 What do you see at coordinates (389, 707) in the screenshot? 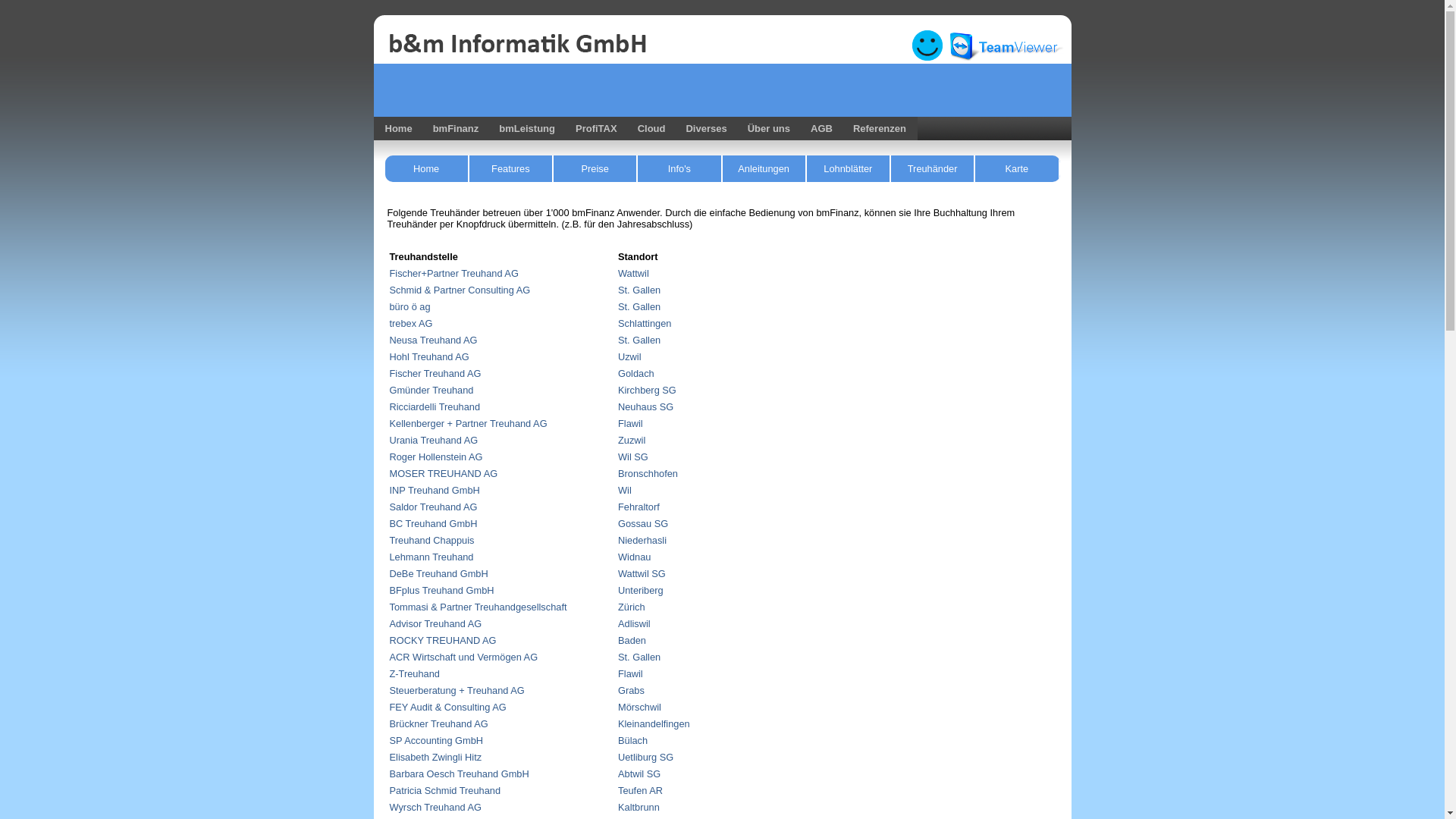
I see `'FEY Audit & Consulting AG'` at bounding box center [389, 707].